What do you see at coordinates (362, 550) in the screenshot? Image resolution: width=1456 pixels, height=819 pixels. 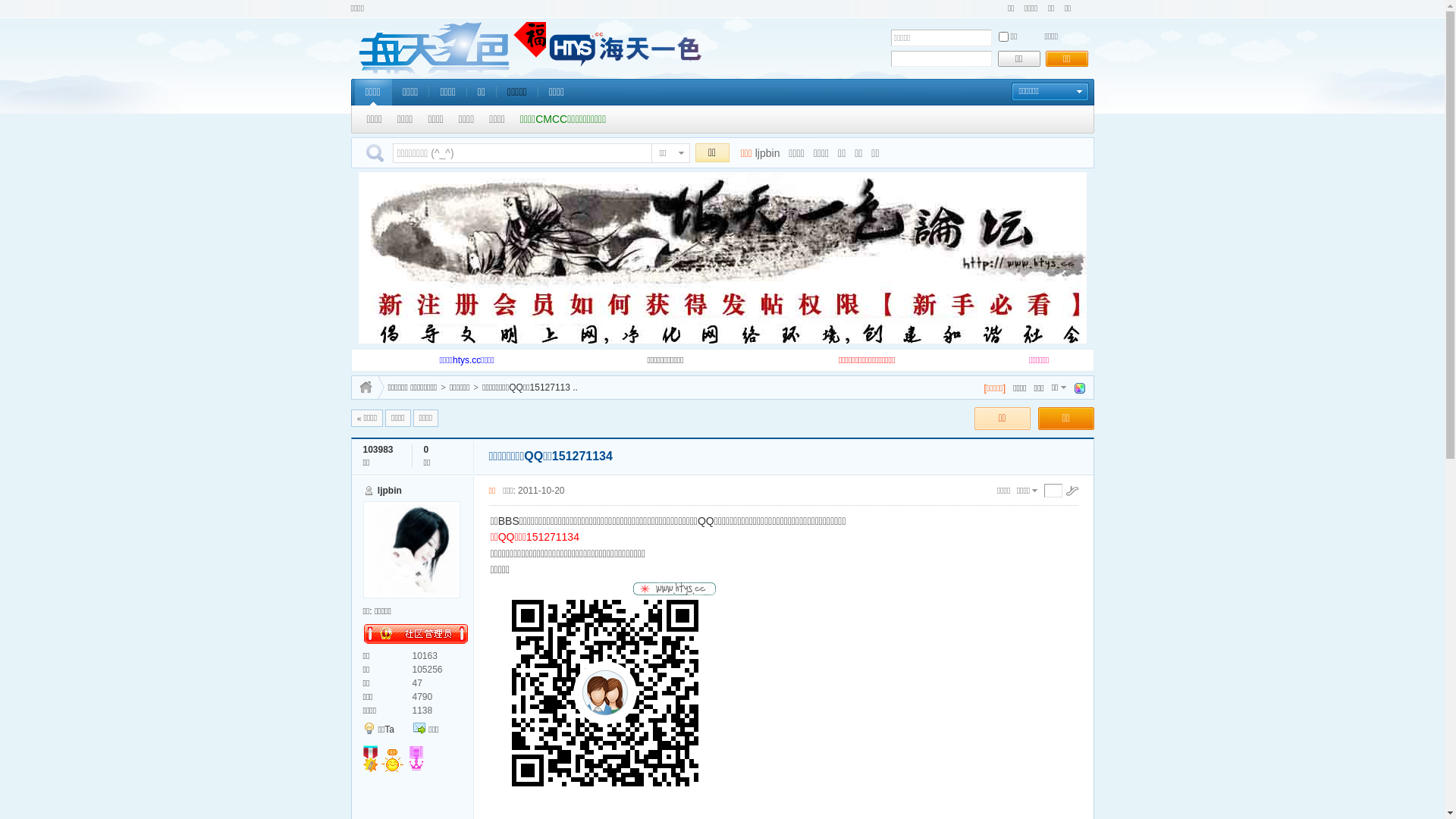 I see `'ljpbin'` at bounding box center [362, 550].